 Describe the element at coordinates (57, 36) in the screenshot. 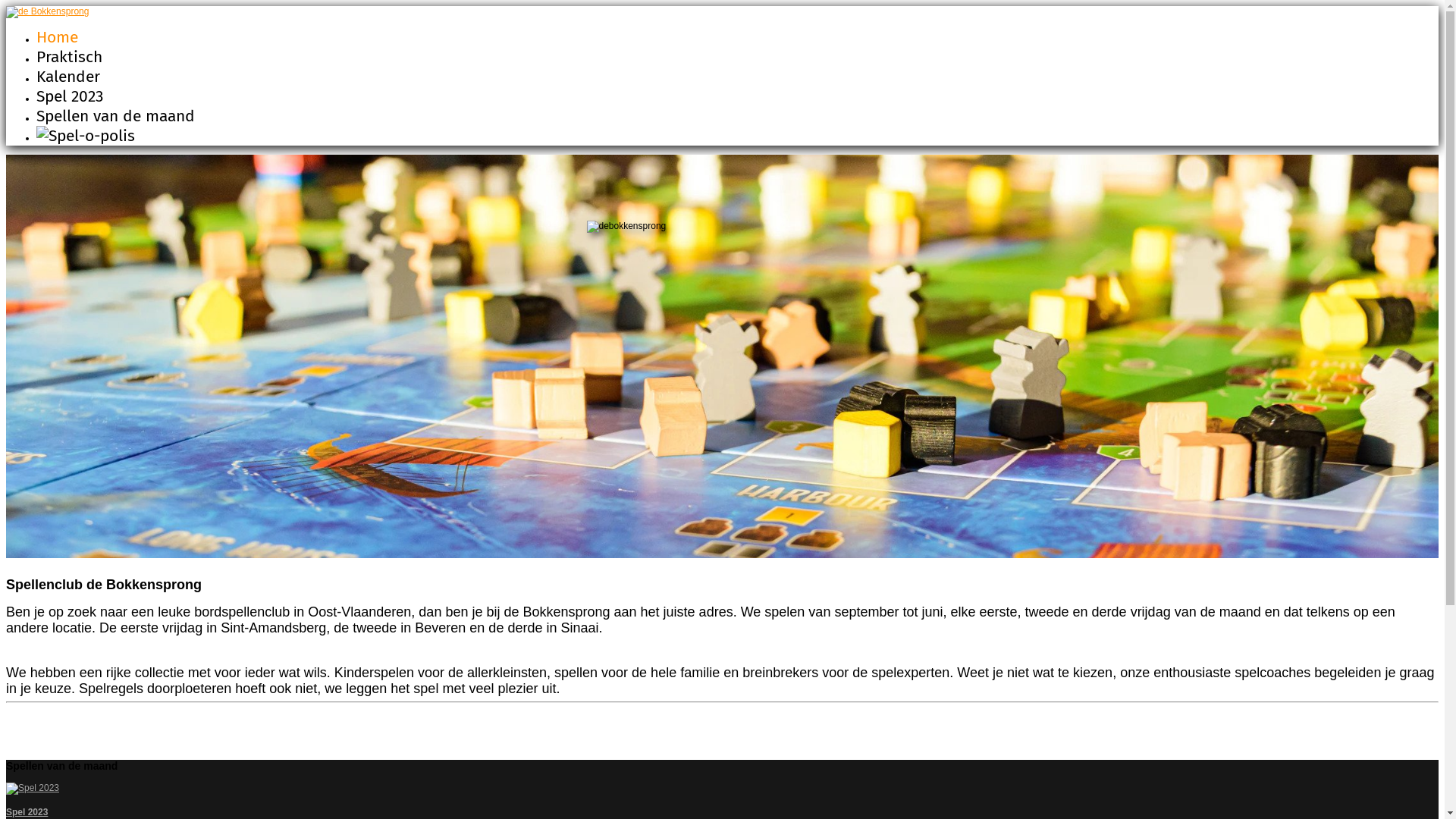

I see `'Home'` at that location.